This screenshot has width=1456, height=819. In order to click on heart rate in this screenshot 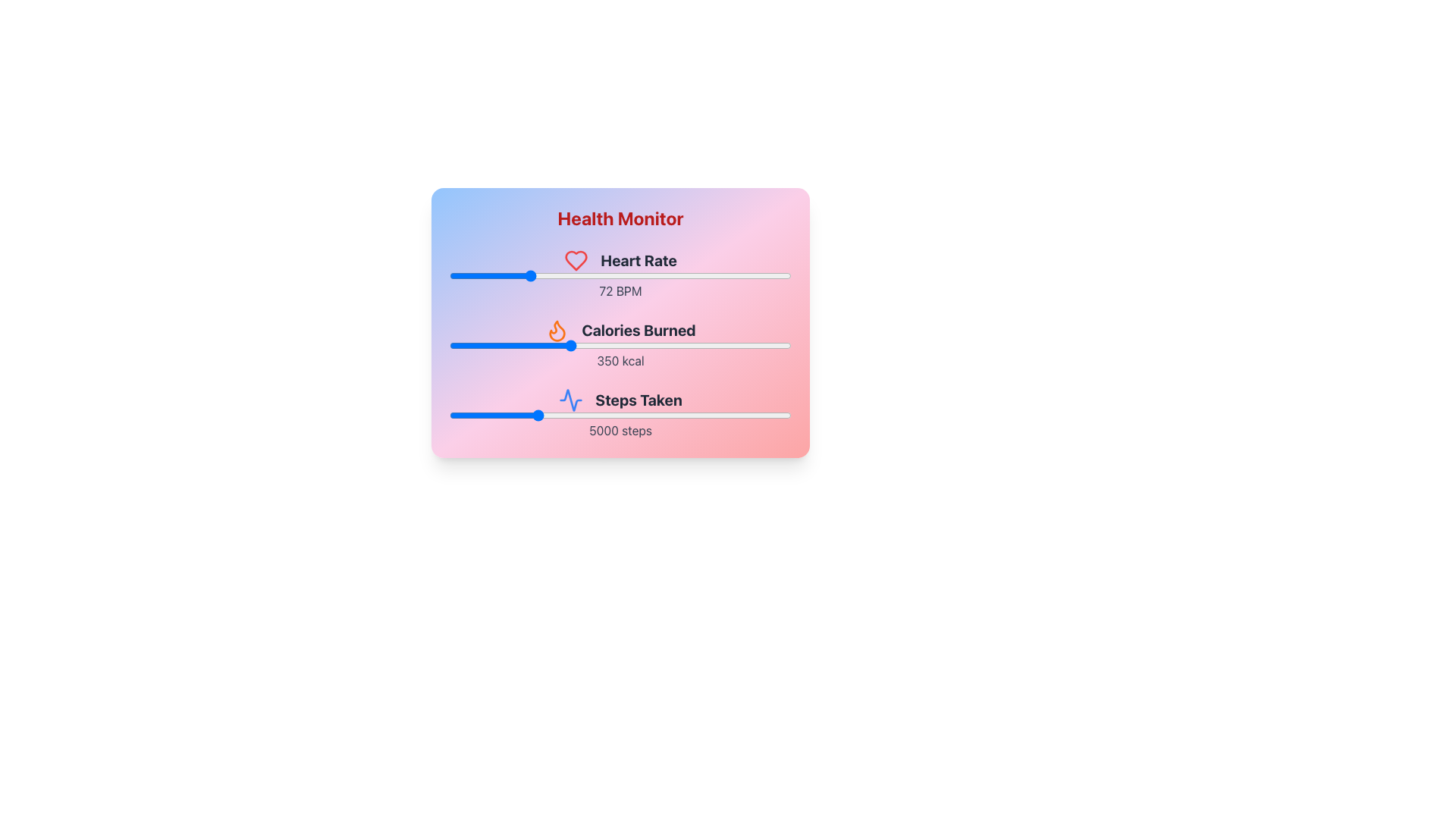, I will do `click(508, 275)`.